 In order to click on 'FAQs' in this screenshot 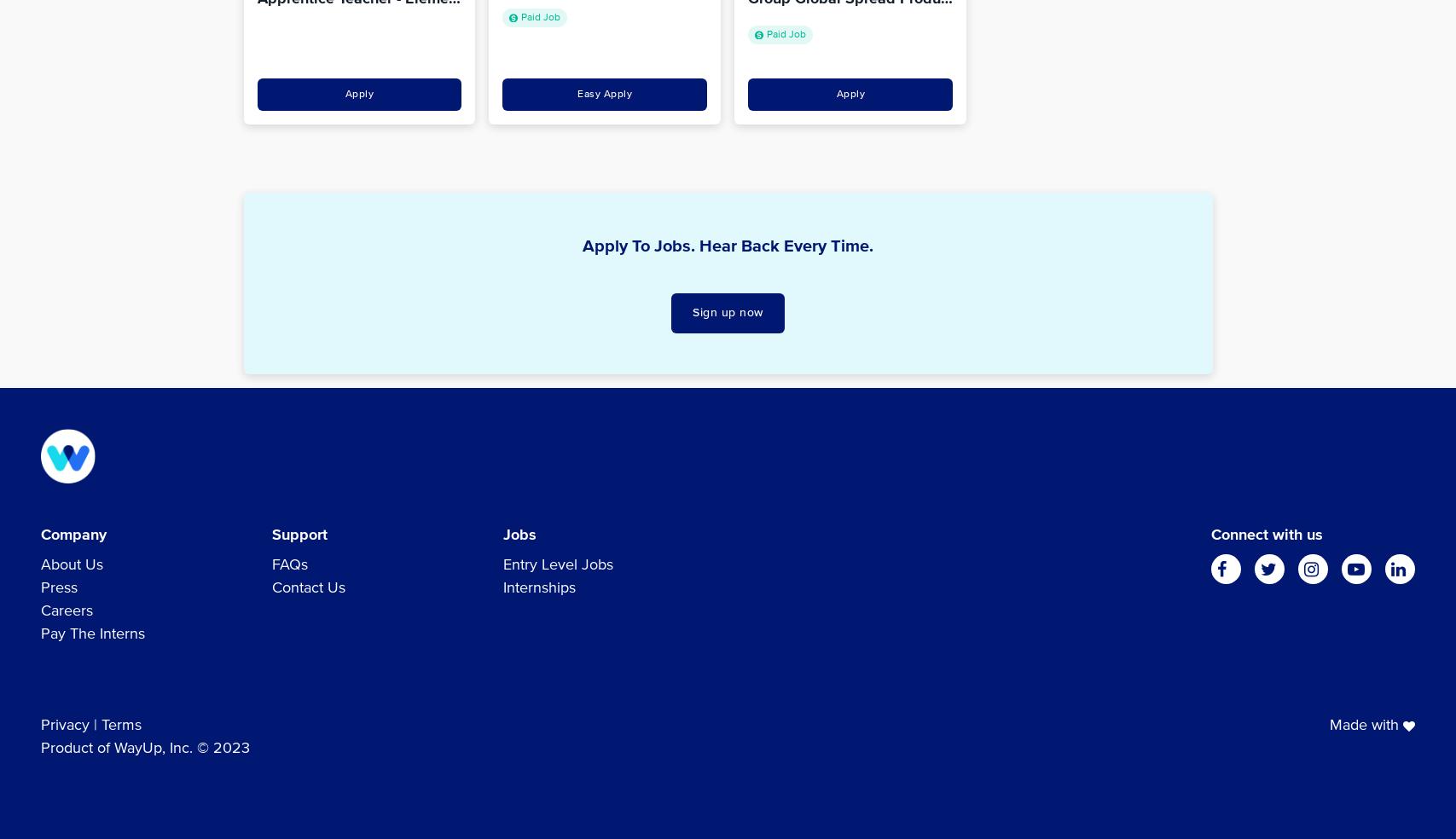, I will do `click(290, 565)`.